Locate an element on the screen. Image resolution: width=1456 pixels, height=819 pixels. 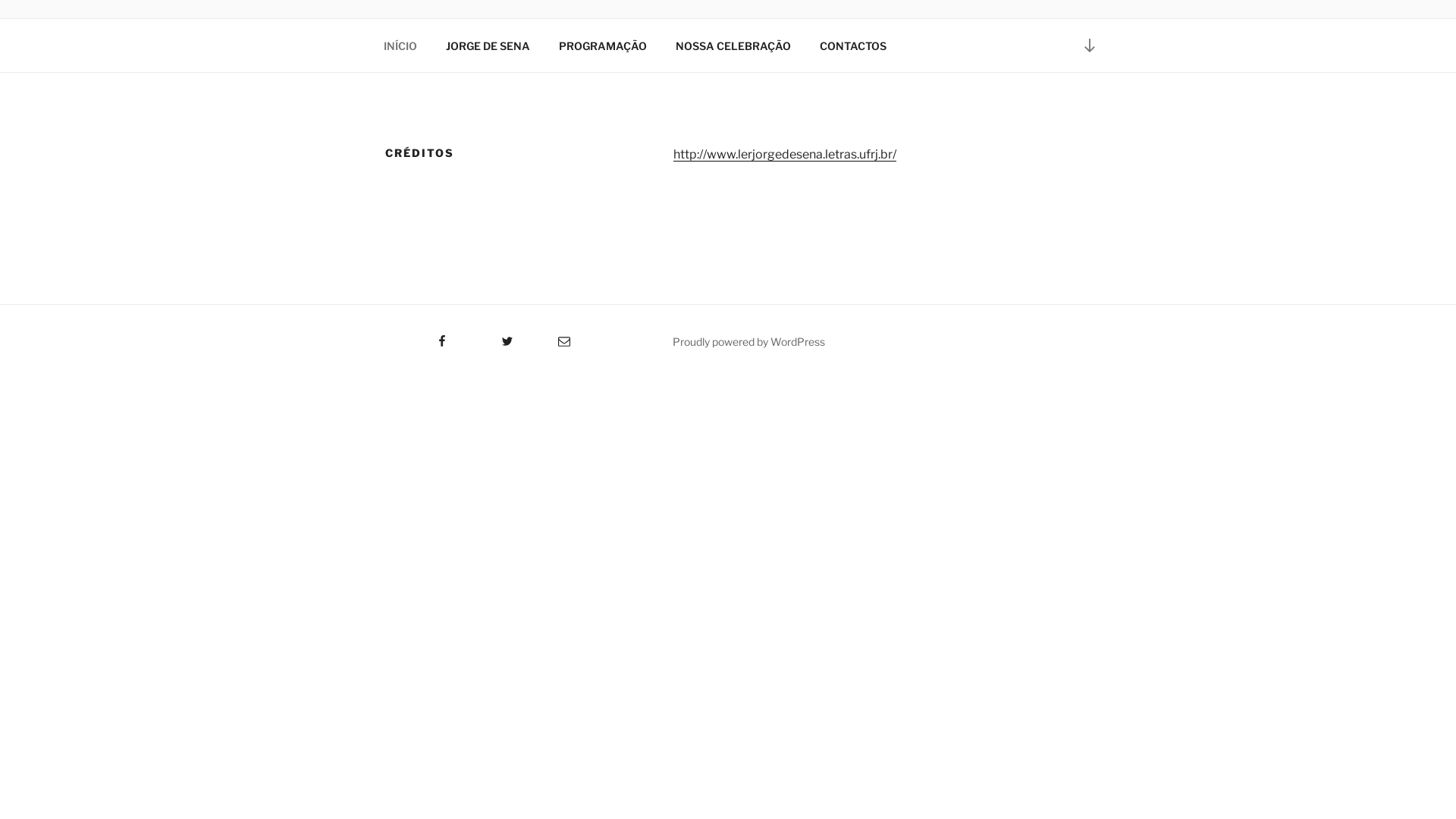
'Twitter' is located at coordinates (488, 335).